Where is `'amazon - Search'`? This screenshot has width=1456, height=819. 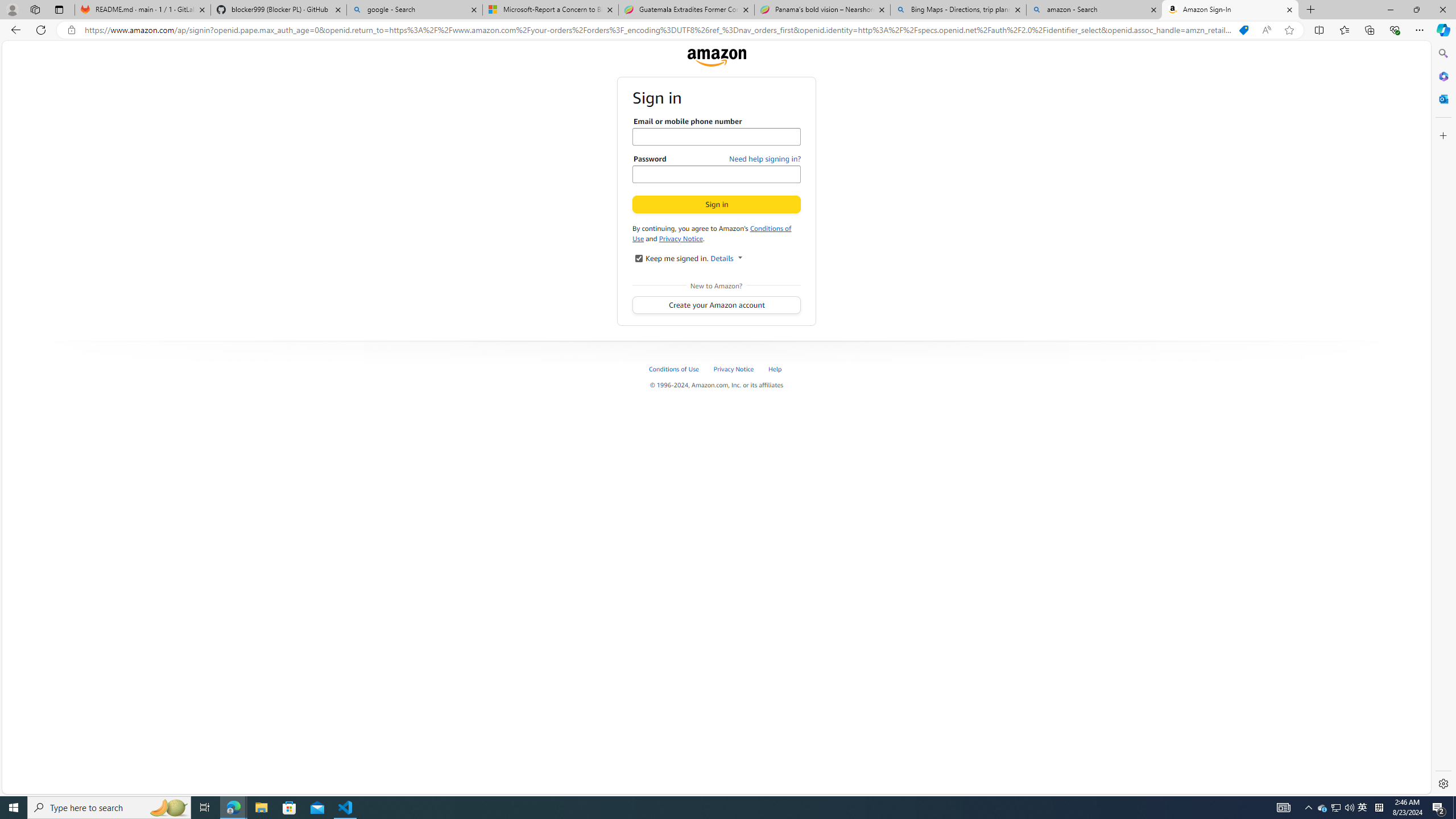
'amazon - Search' is located at coordinates (1094, 9).